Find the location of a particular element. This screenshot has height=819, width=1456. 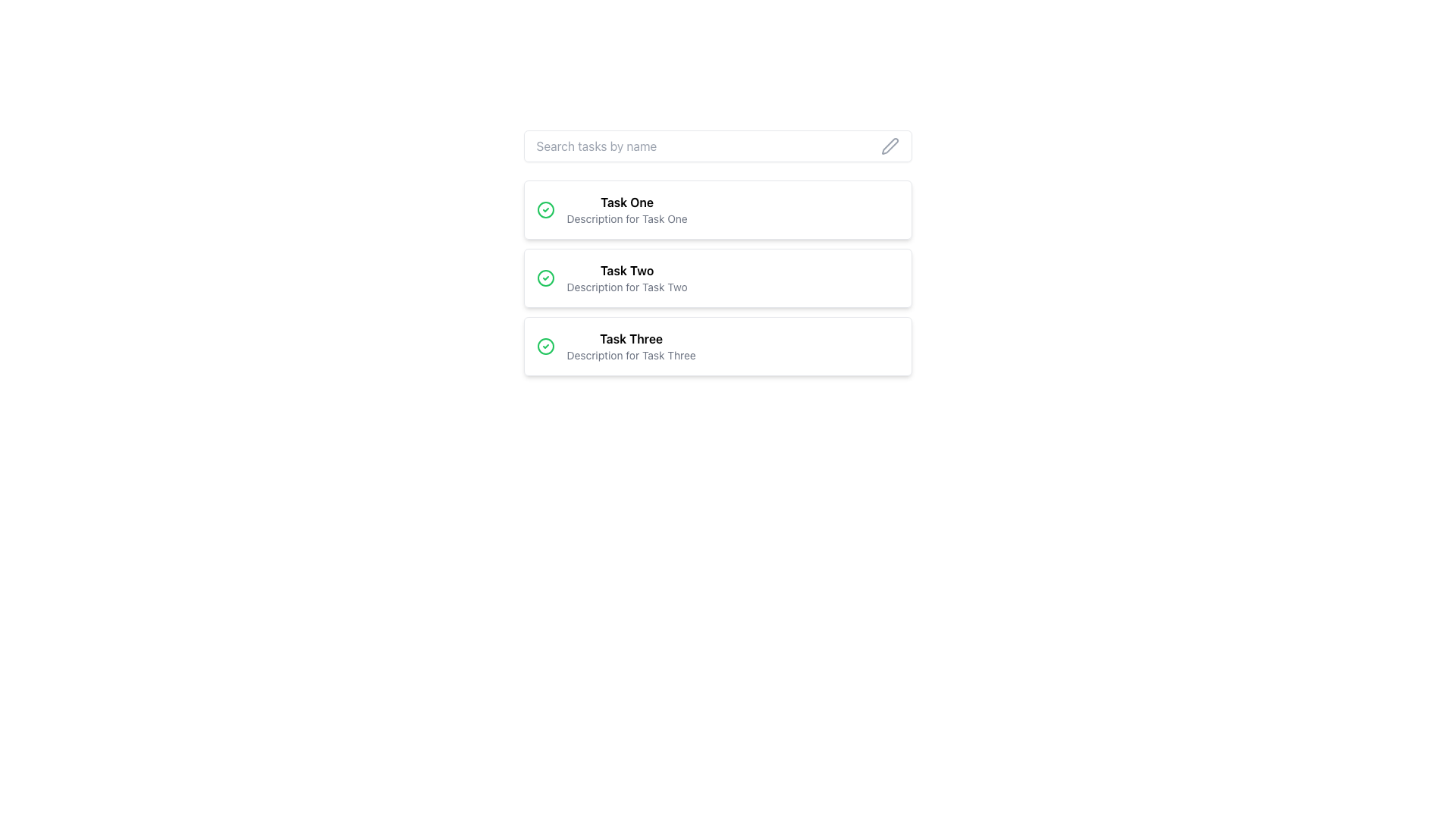

the descriptive text label located under 'Task One' in the first card of the vertically stacked list of cards is located at coordinates (627, 219).